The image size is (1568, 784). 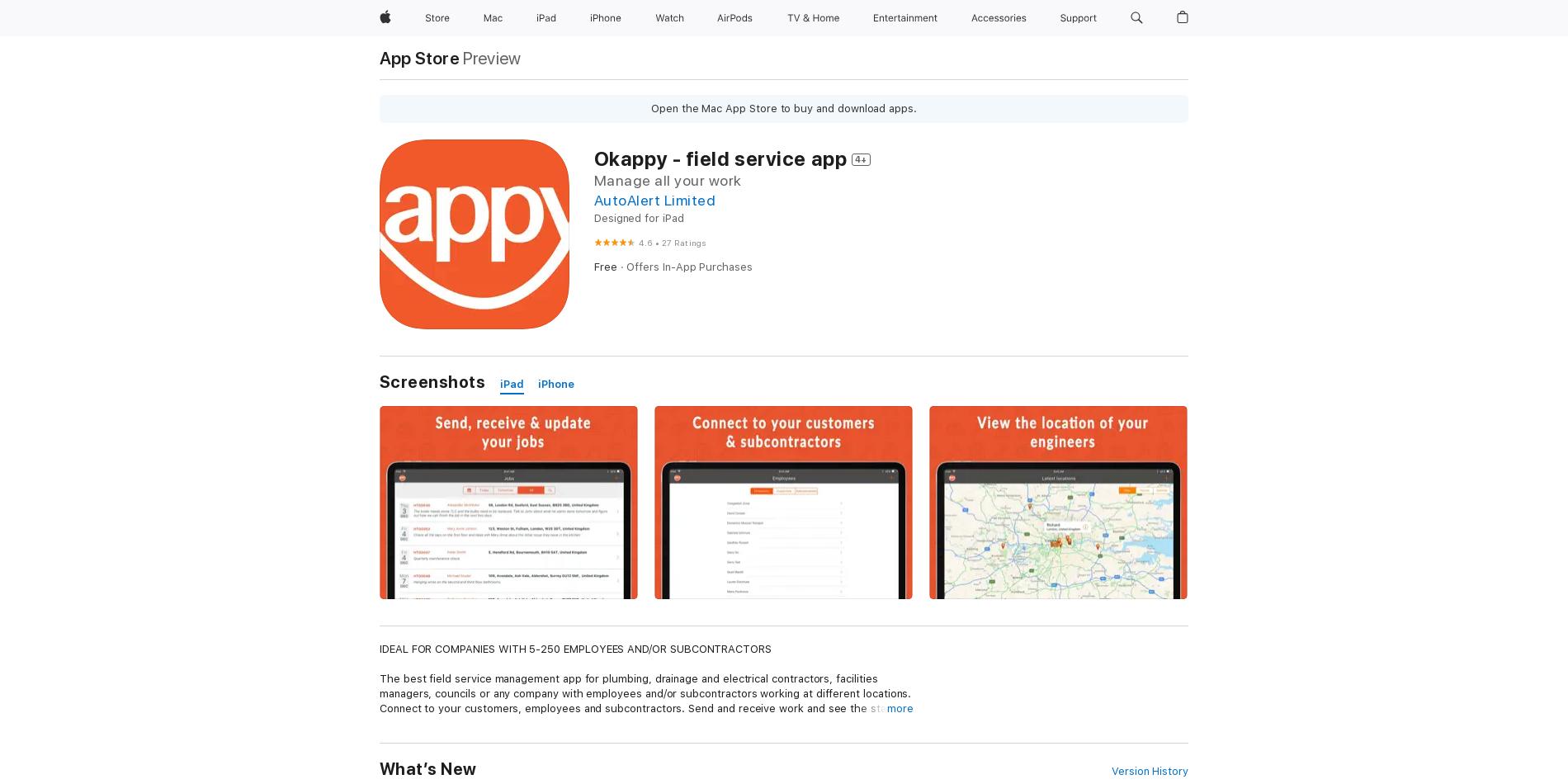 What do you see at coordinates (427, 768) in the screenshot?
I see `'What’s New'` at bounding box center [427, 768].